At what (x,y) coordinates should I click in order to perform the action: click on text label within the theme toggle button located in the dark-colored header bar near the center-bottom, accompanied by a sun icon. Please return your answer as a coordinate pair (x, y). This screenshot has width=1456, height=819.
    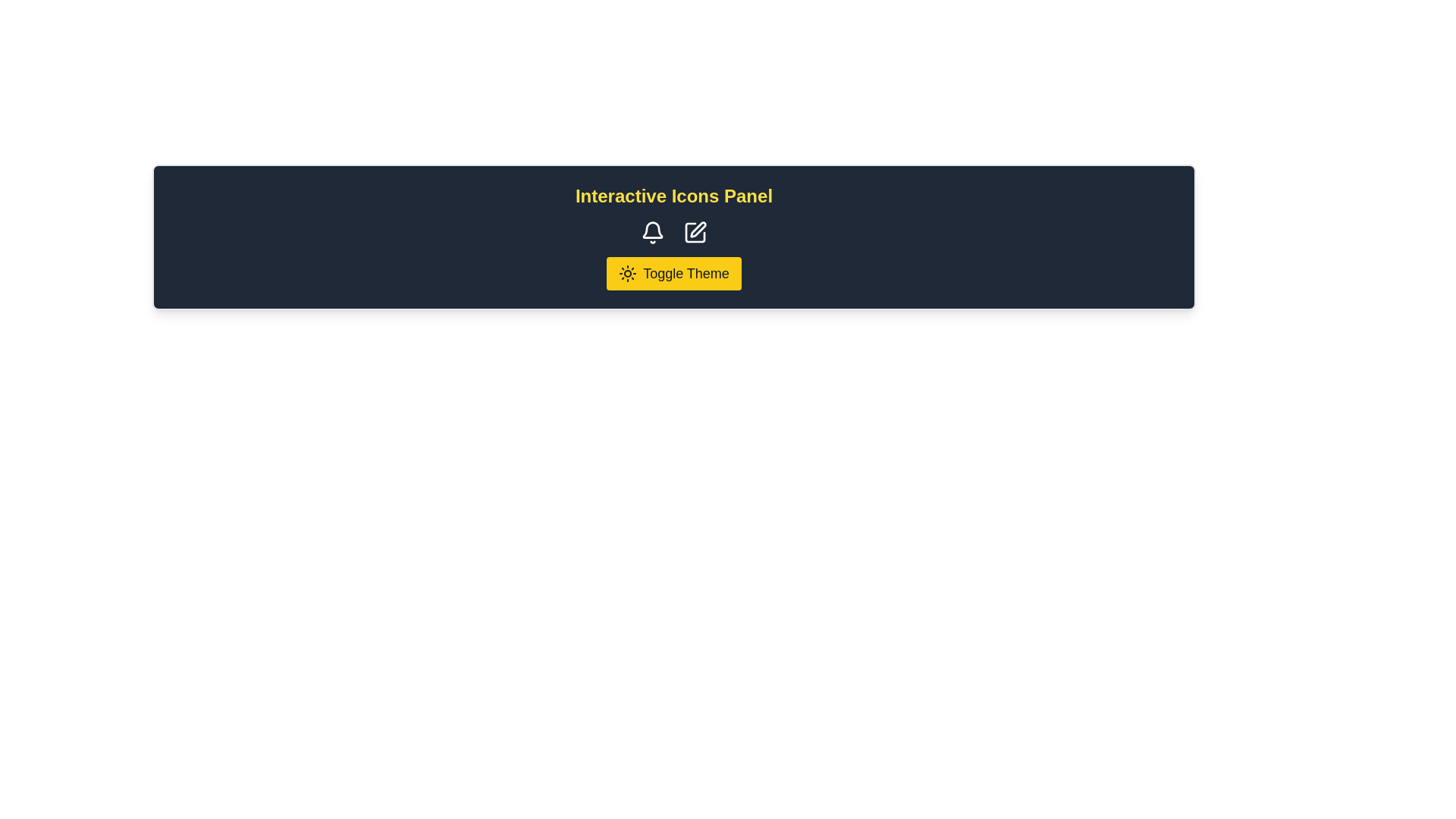
    Looking at the image, I should click on (686, 274).